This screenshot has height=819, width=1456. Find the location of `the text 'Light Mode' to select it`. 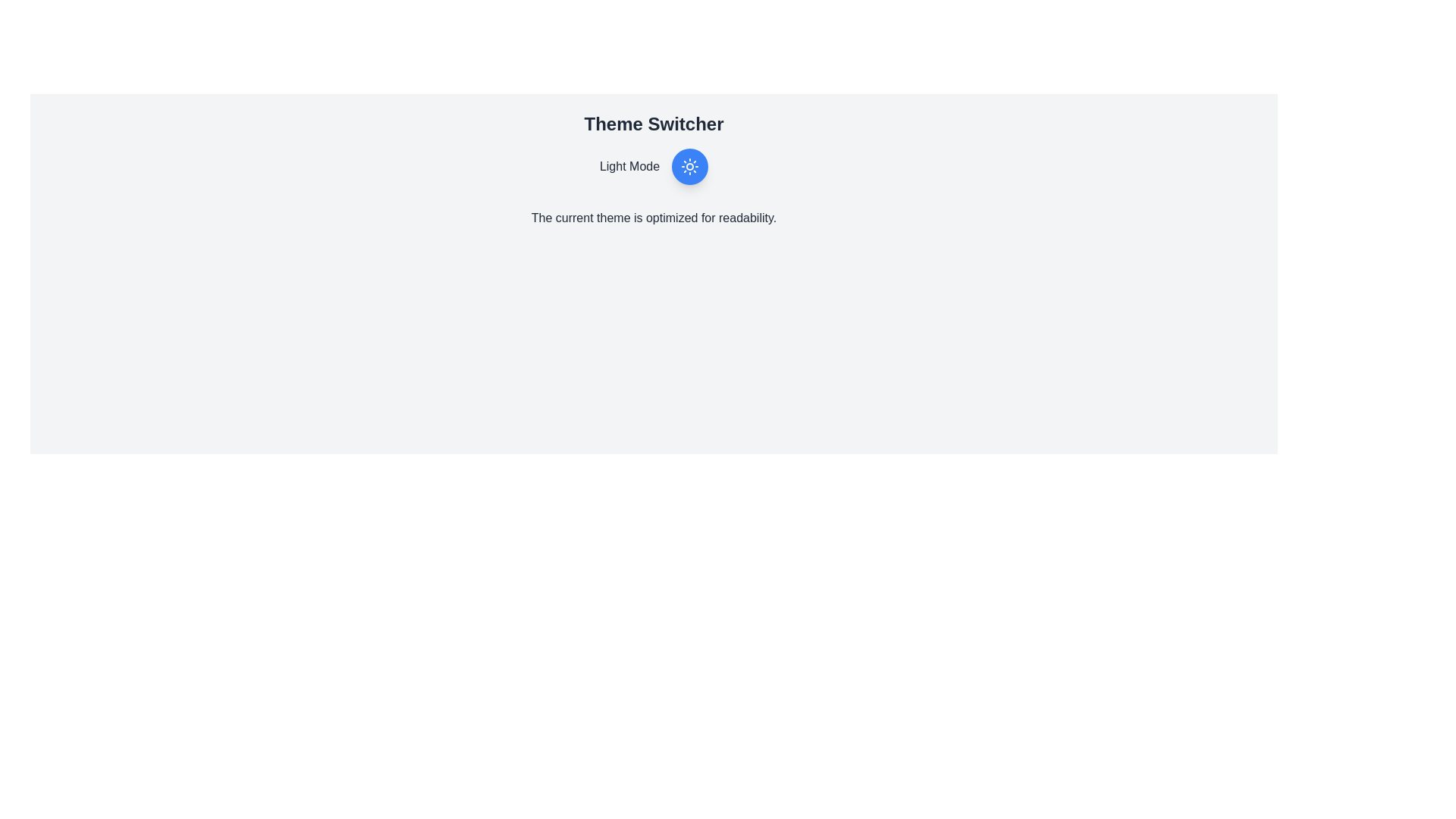

the text 'Light Mode' to select it is located at coordinates (629, 166).